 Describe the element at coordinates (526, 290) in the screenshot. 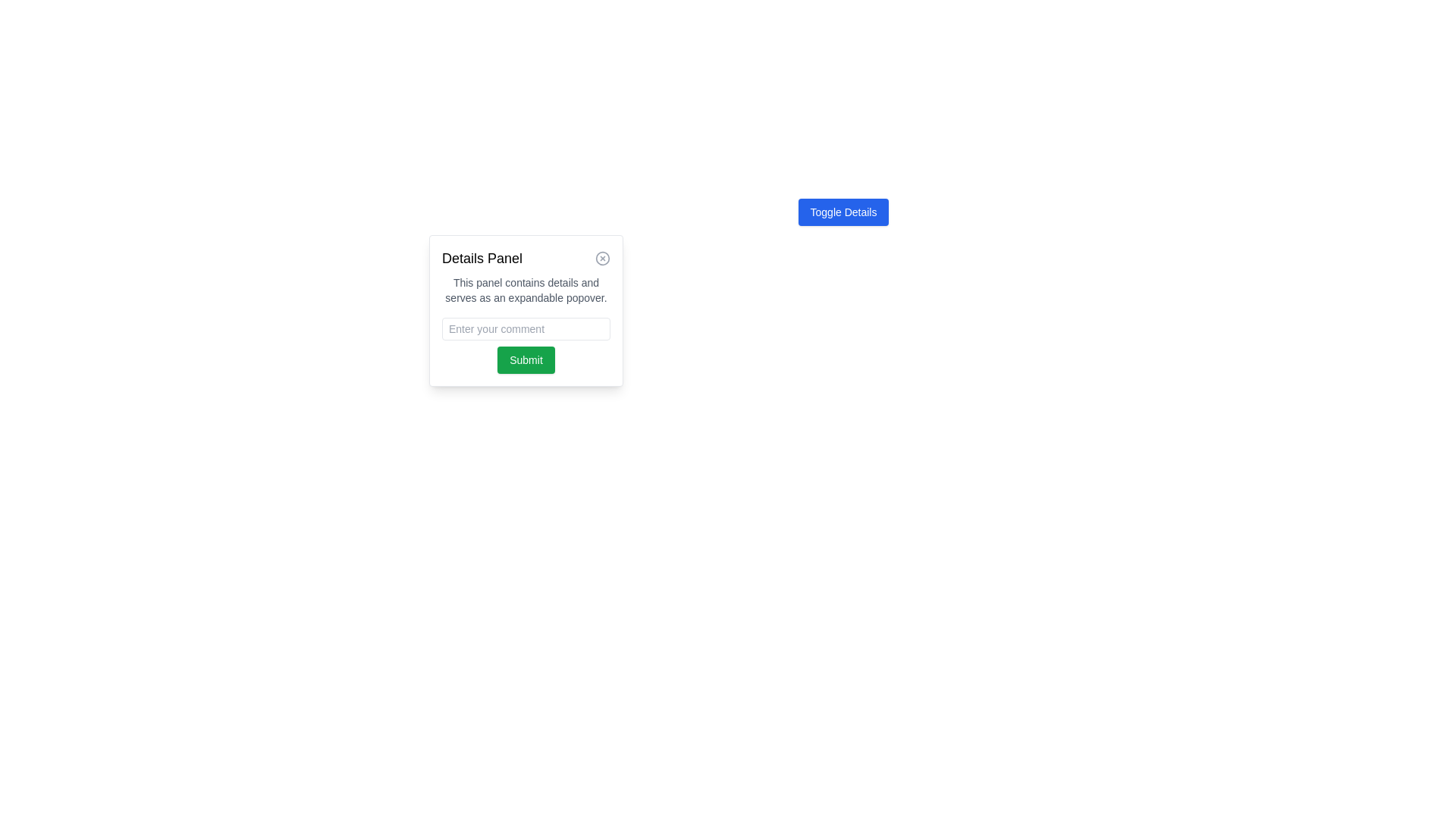

I see `the descriptive text label located in the middle section of the white modal dialog, directly below the title 'Details Panel.'` at that location.